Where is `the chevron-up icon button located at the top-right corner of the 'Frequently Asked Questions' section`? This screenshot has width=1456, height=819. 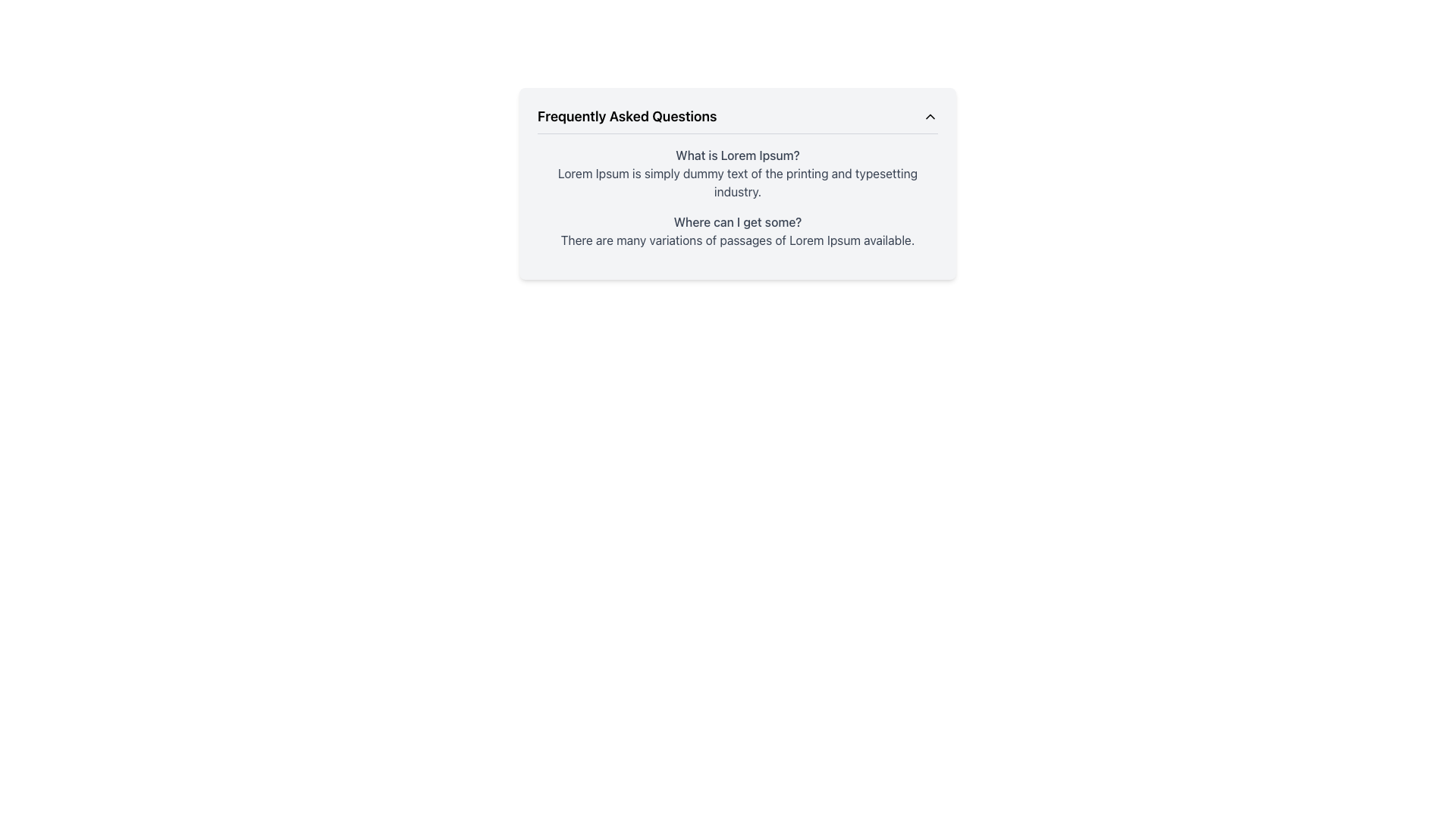 the chevron-up icon button located at the top-right corner of the 'Frequently Asked Questions' section is located at coordinates (930, 116).